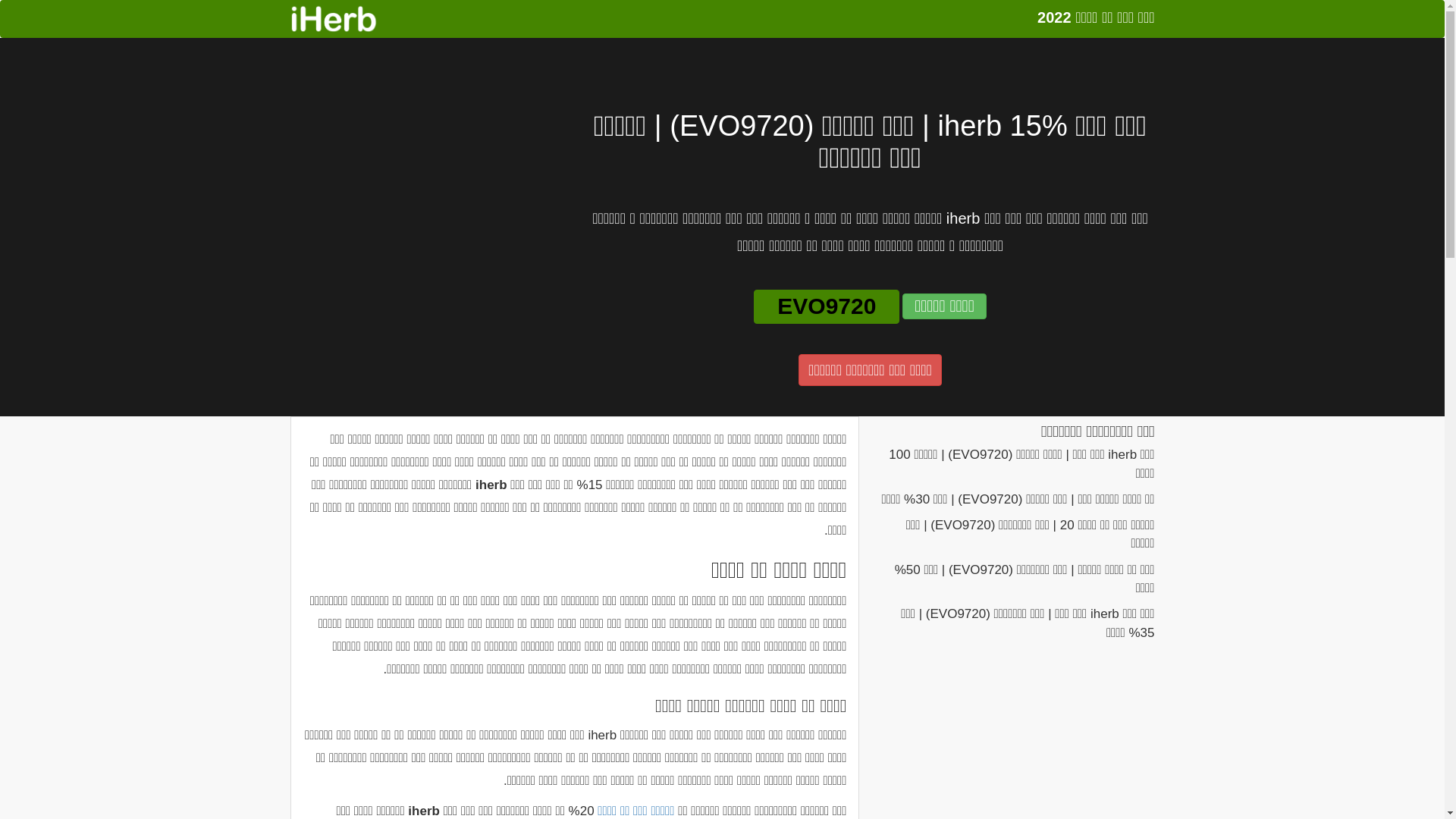  What do you see at coordinates (825, 306) in the screenshot?
I see `'EVO9720'` at bounding box center [825, 306].